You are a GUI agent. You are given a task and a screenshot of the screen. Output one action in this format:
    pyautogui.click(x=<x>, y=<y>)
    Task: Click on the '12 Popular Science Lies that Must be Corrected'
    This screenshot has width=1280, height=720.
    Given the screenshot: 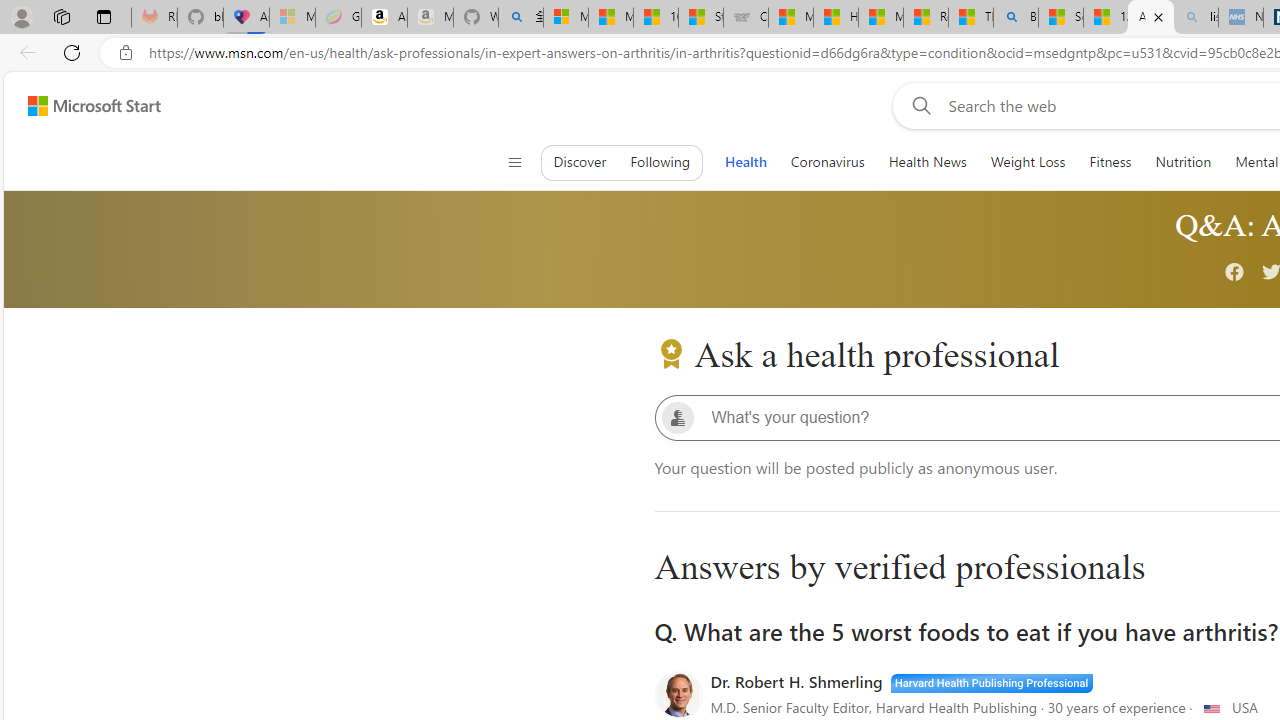 What is the action you would take?
    pyautogui.click(x=1104, y=17)
    